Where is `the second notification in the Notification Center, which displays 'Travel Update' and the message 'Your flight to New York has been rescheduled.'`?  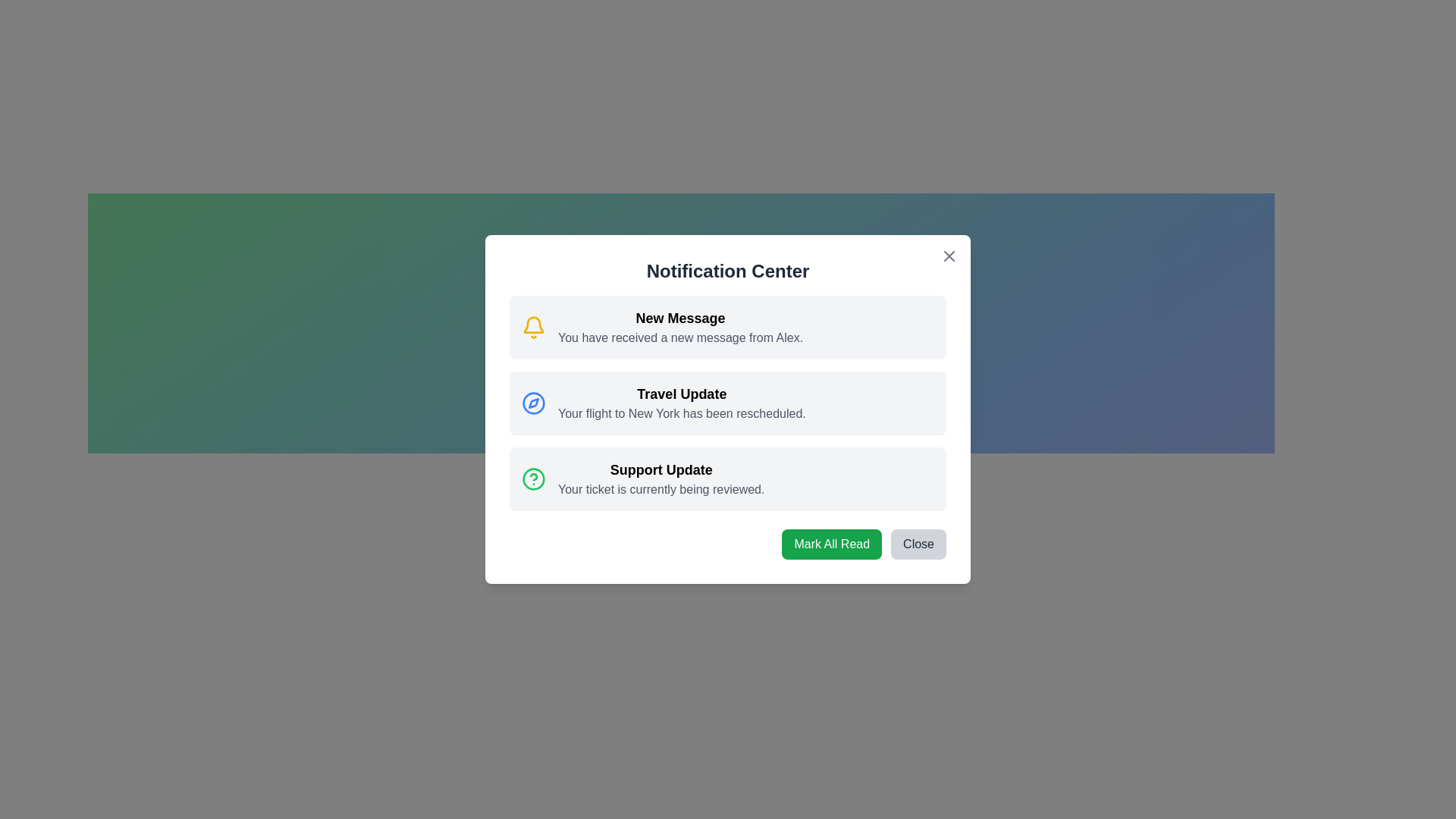 the second notification in the Notification Center, which displays 'Travel Update' and the message 'Your flight to New York has been rescheduled.' is located at coordinates (728, 403).